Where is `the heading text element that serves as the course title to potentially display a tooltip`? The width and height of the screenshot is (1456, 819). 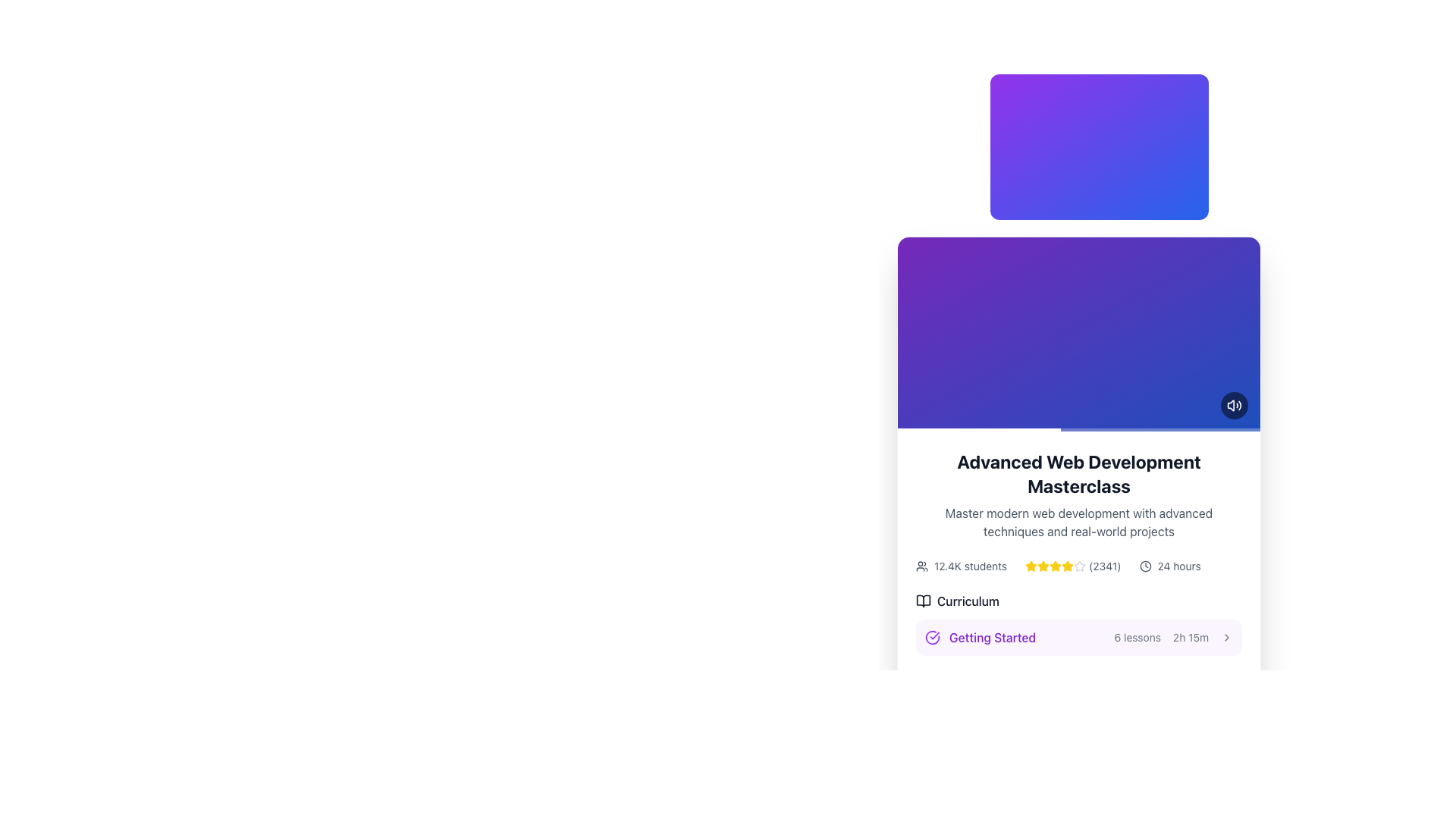 the heading text element that serves as the course title to potentially display a tooltip is located at coordinates (1078, 472).